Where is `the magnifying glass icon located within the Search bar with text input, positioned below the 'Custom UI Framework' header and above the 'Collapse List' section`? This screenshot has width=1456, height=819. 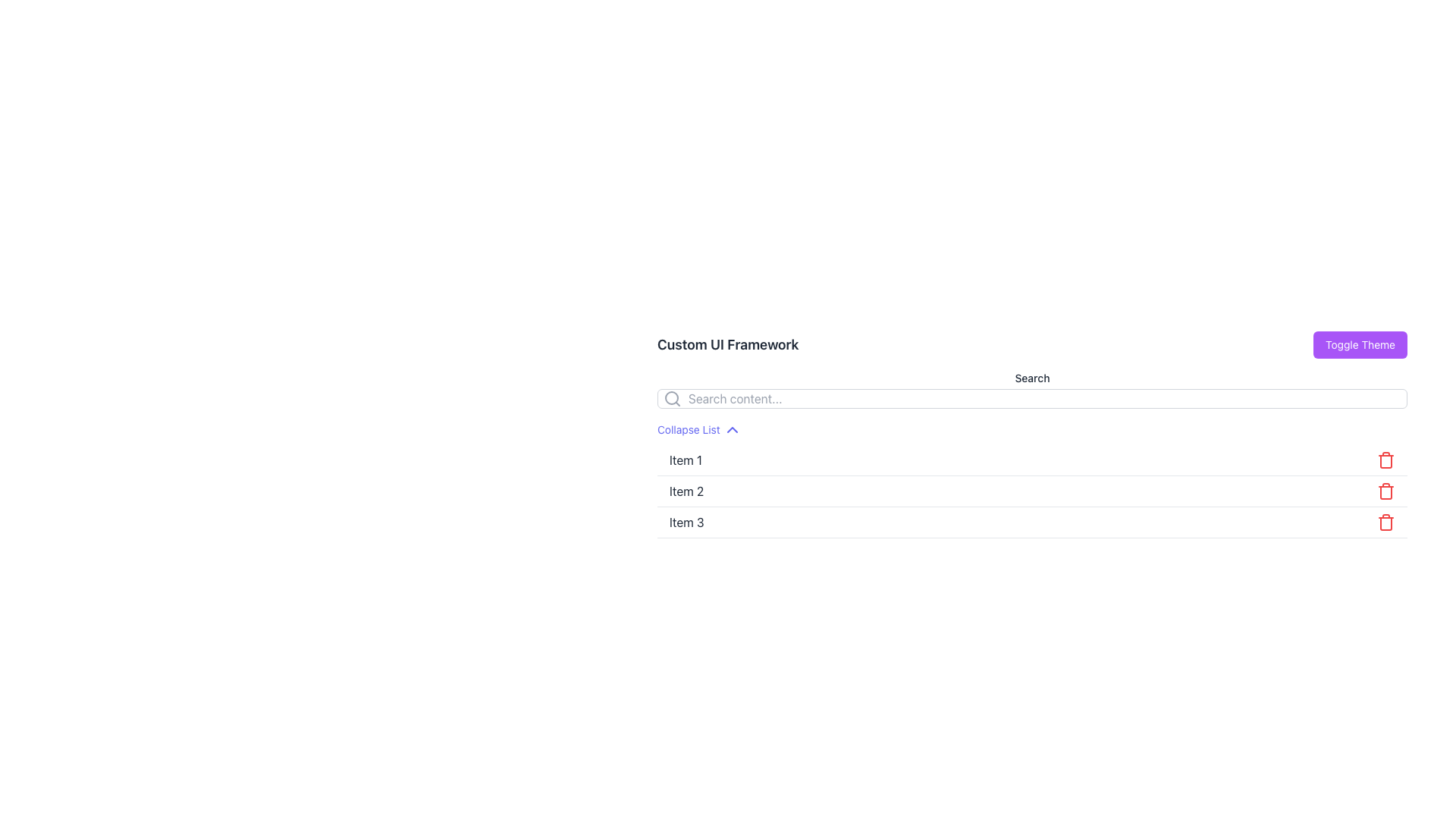
the magnifying glass icon located within the Search bar with text input, positioned below the 'Custom UI Framework' header and above the 'Collapse List' section is located at coordinates (1031, 388).